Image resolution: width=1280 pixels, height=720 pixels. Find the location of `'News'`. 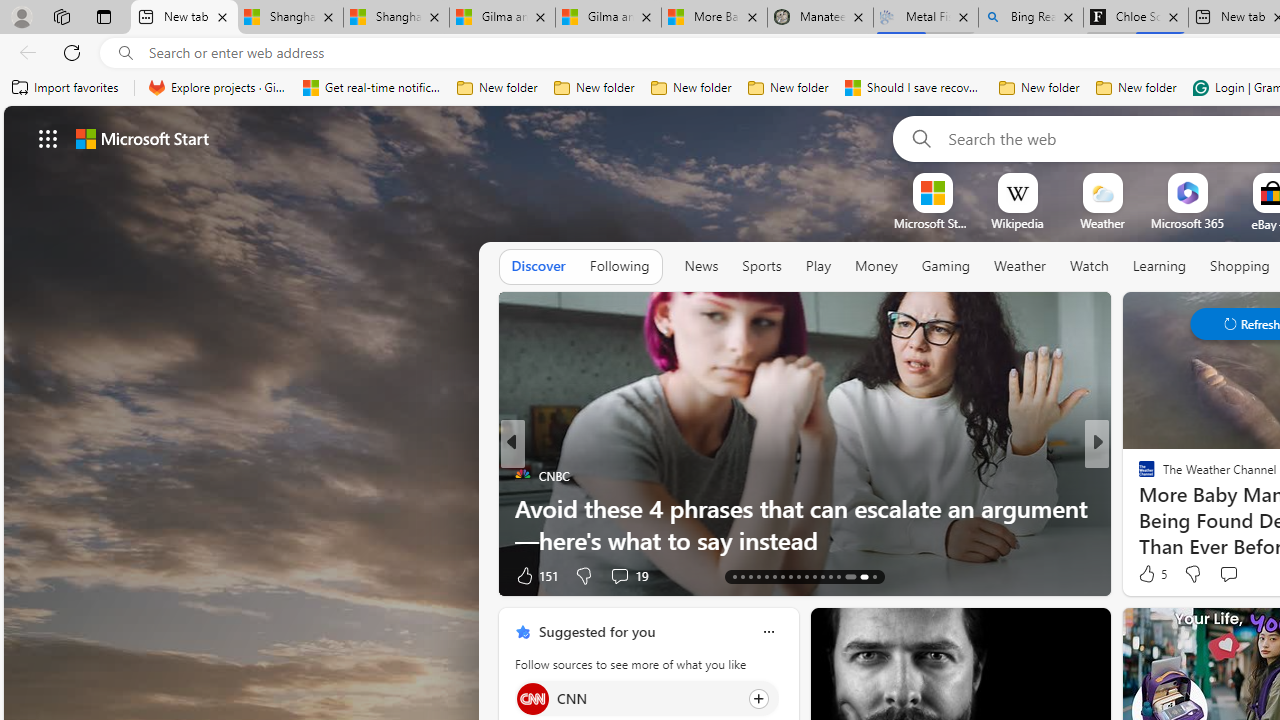

'News' is located at coordinates (701, 266).